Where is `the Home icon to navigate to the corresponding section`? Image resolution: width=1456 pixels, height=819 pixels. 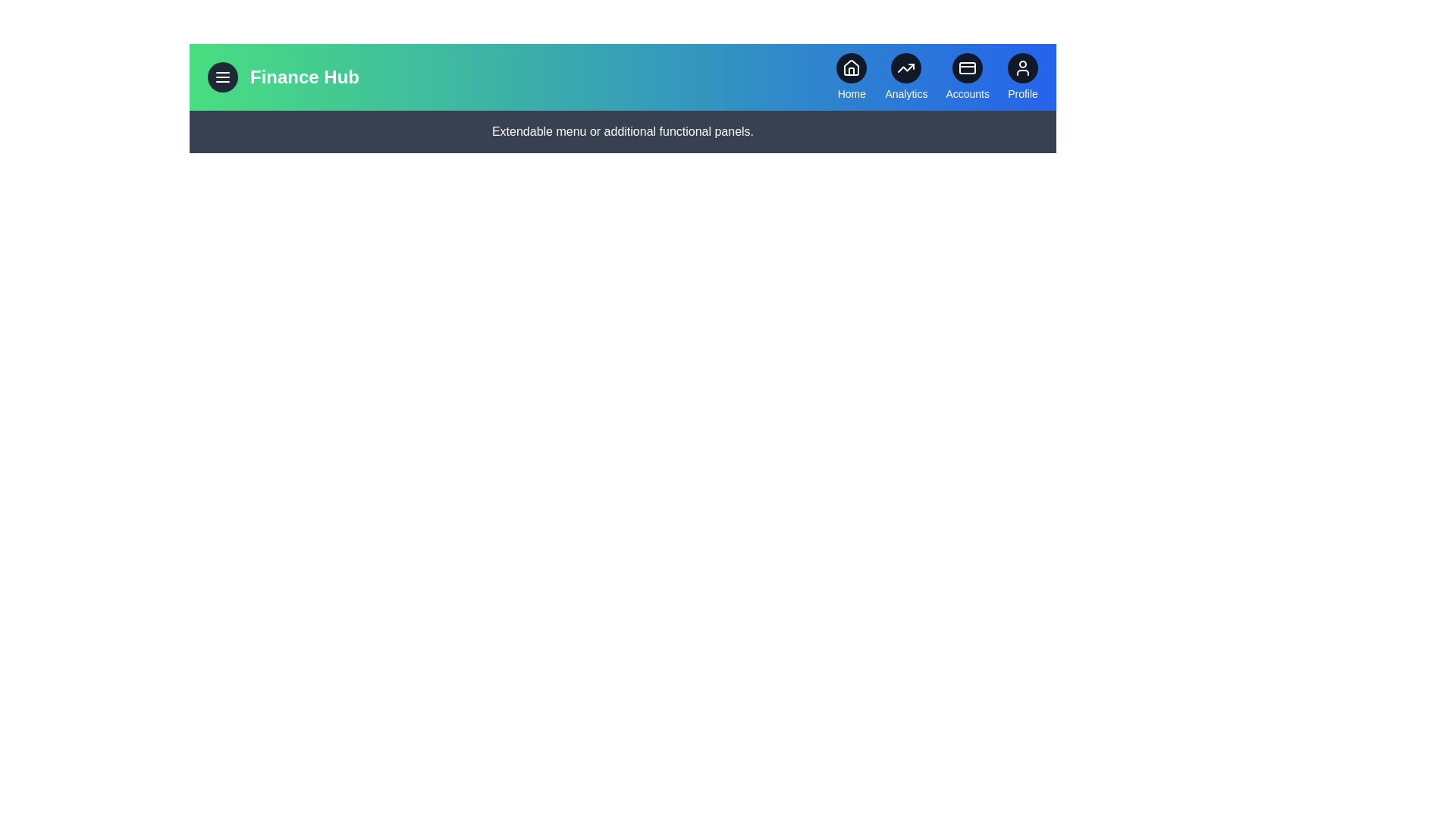 the Home icon to navigate to the corresponding section is located at coordinates (852, 67).